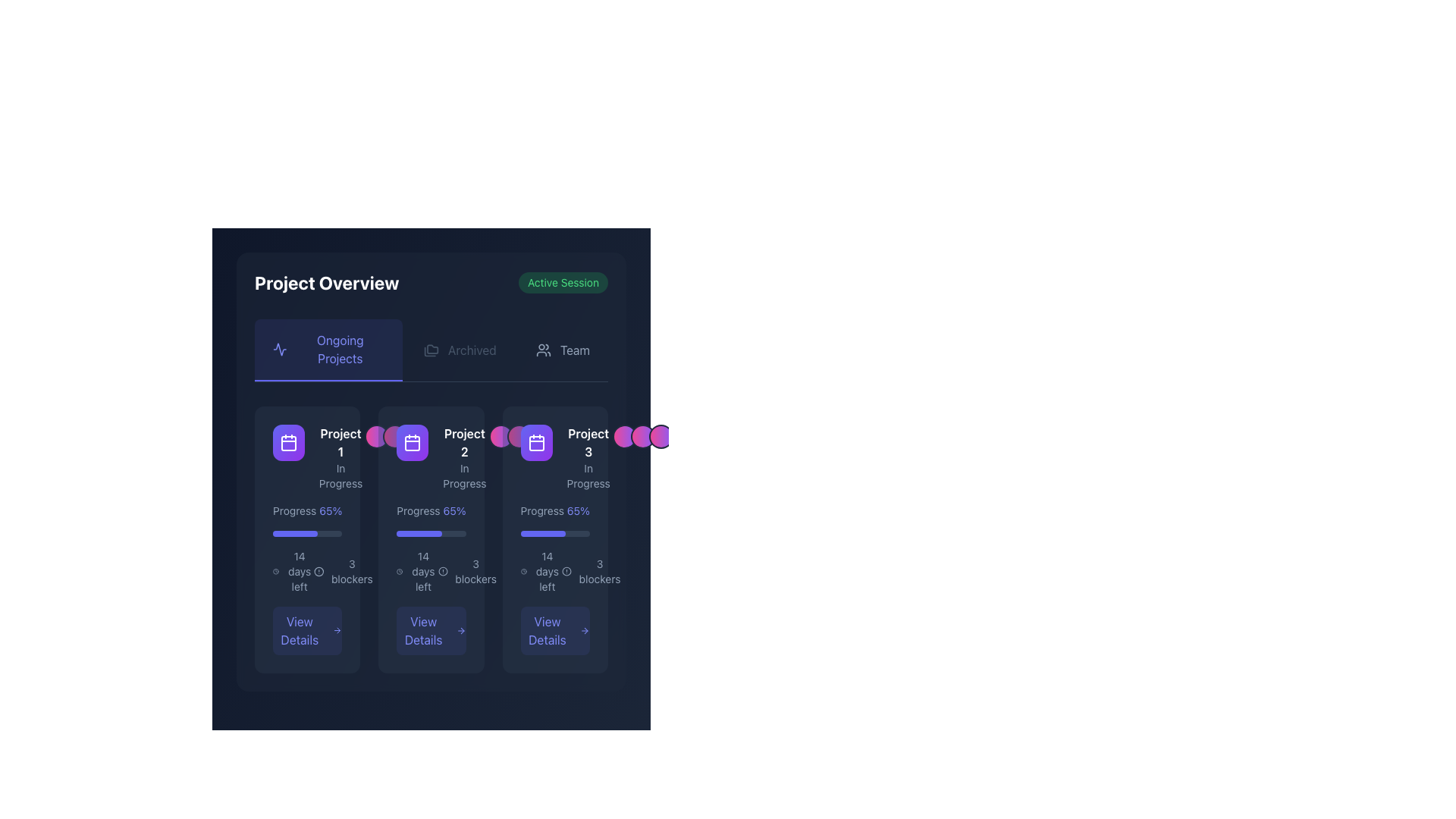 The image size is (1456, 819). I want to click on the Text label element displaying 'Progress' and '65%' in the 'Project 3' block within the 'Project Overview' section, so click(554, 511).